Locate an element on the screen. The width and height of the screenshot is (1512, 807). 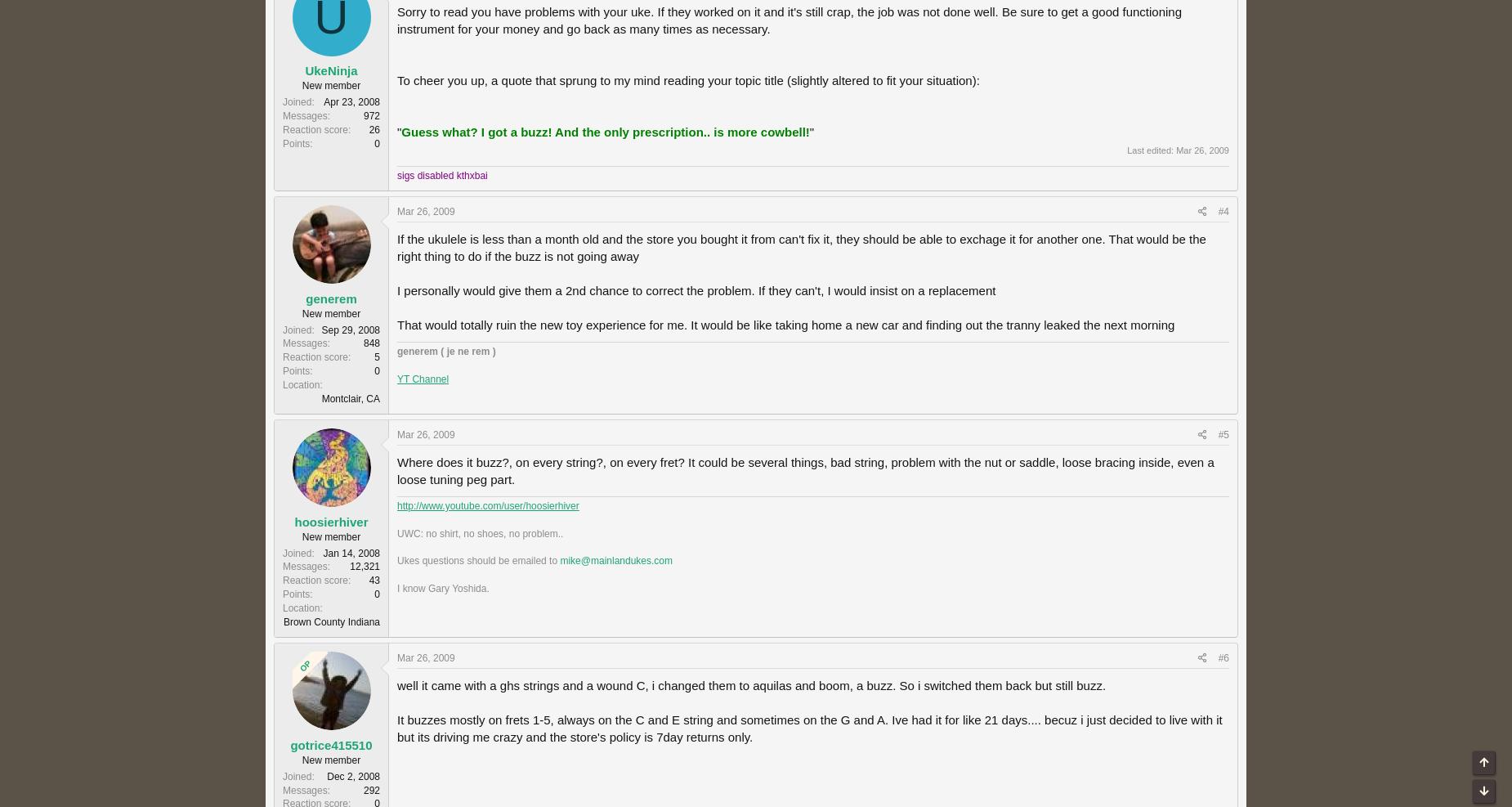
'That would totally ruin the new toy experience for me. It would be like taking home a new car and finding out the tranny leaked the next morning' is located at coordinates (785, 325).